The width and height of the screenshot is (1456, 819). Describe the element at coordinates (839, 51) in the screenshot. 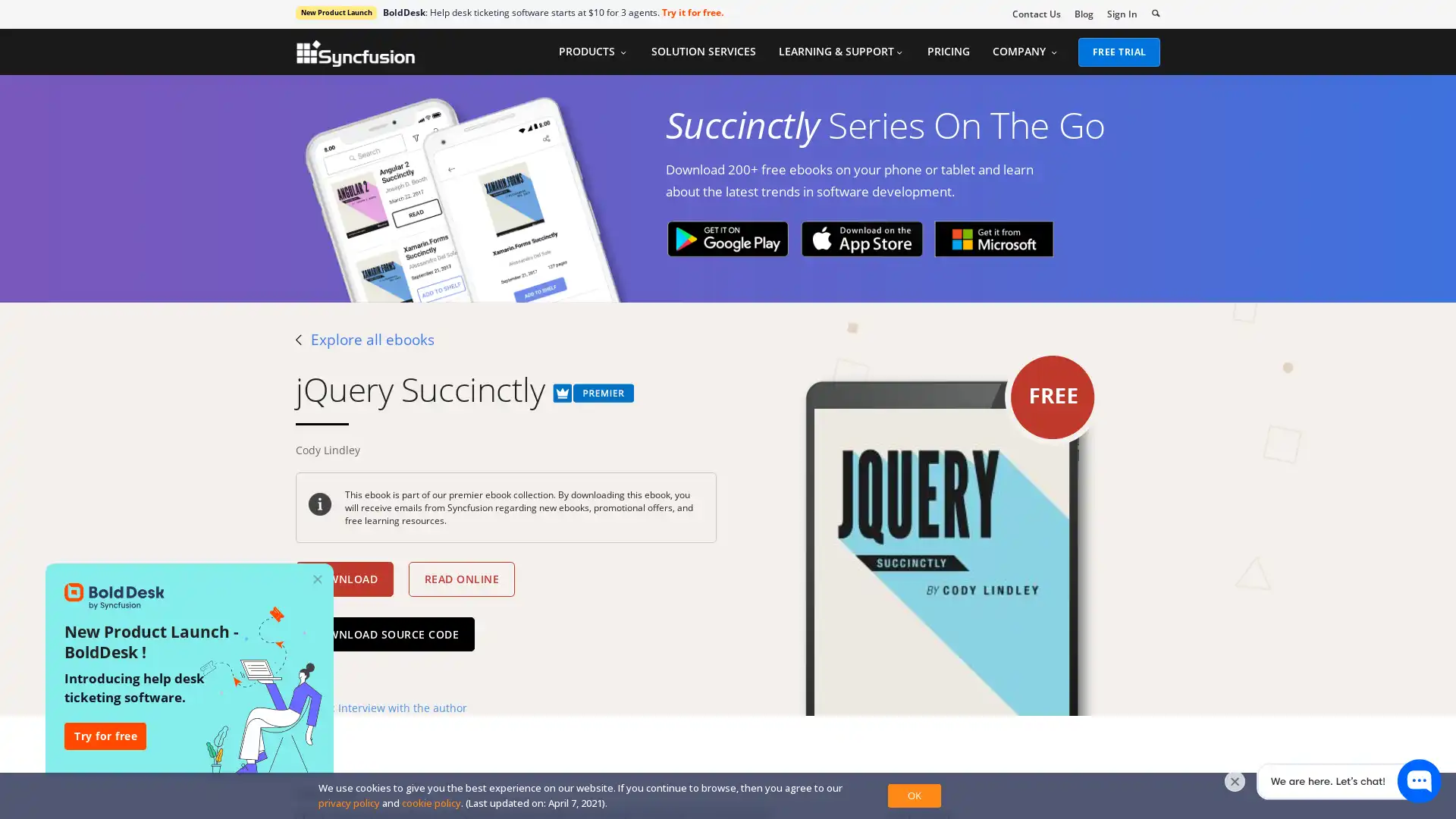

I see `LEARNING & SUPPORT` at that location.